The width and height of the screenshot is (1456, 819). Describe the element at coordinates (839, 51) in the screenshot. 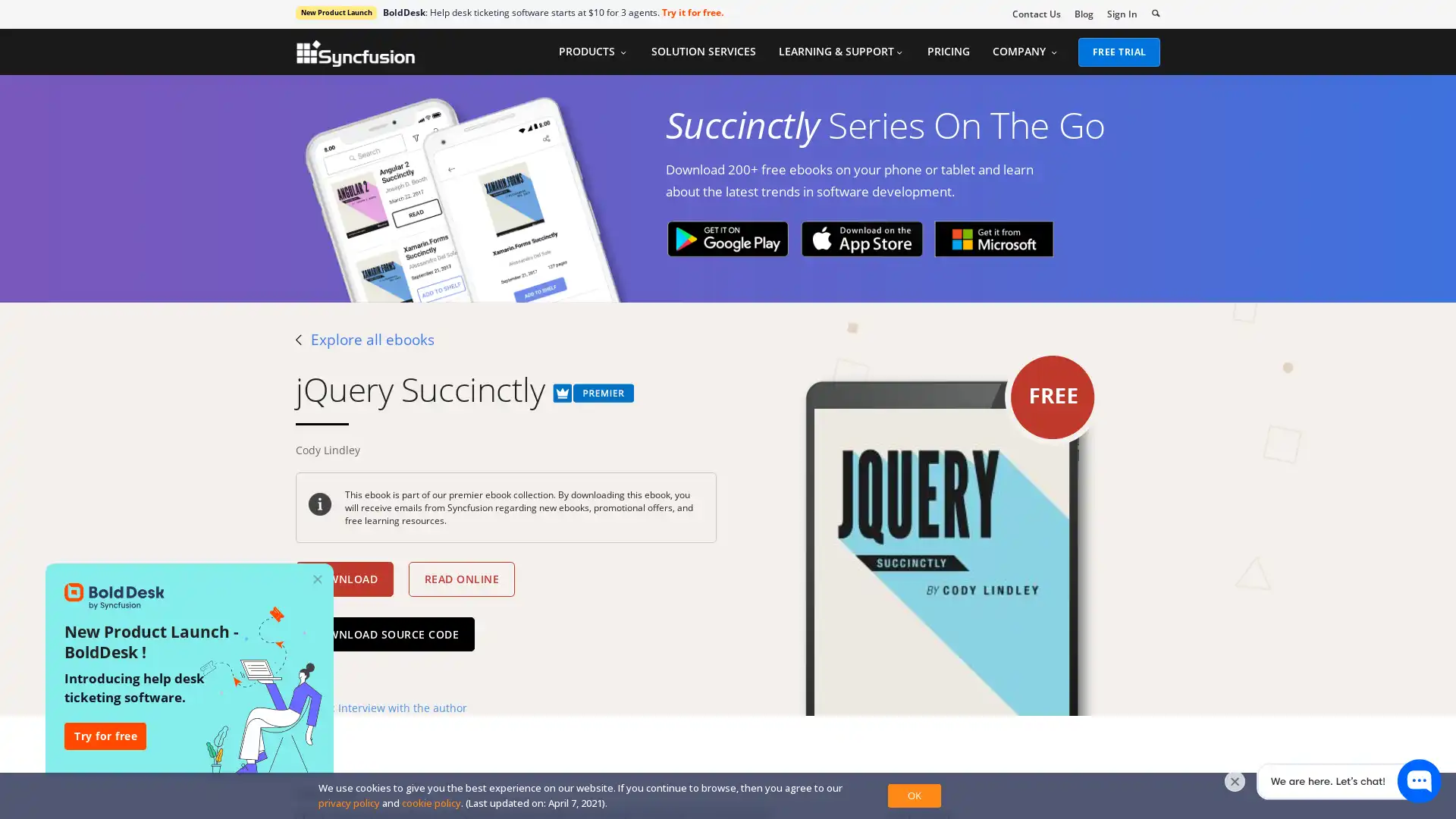

I see `LEARNING & SUPPORT` at that location.